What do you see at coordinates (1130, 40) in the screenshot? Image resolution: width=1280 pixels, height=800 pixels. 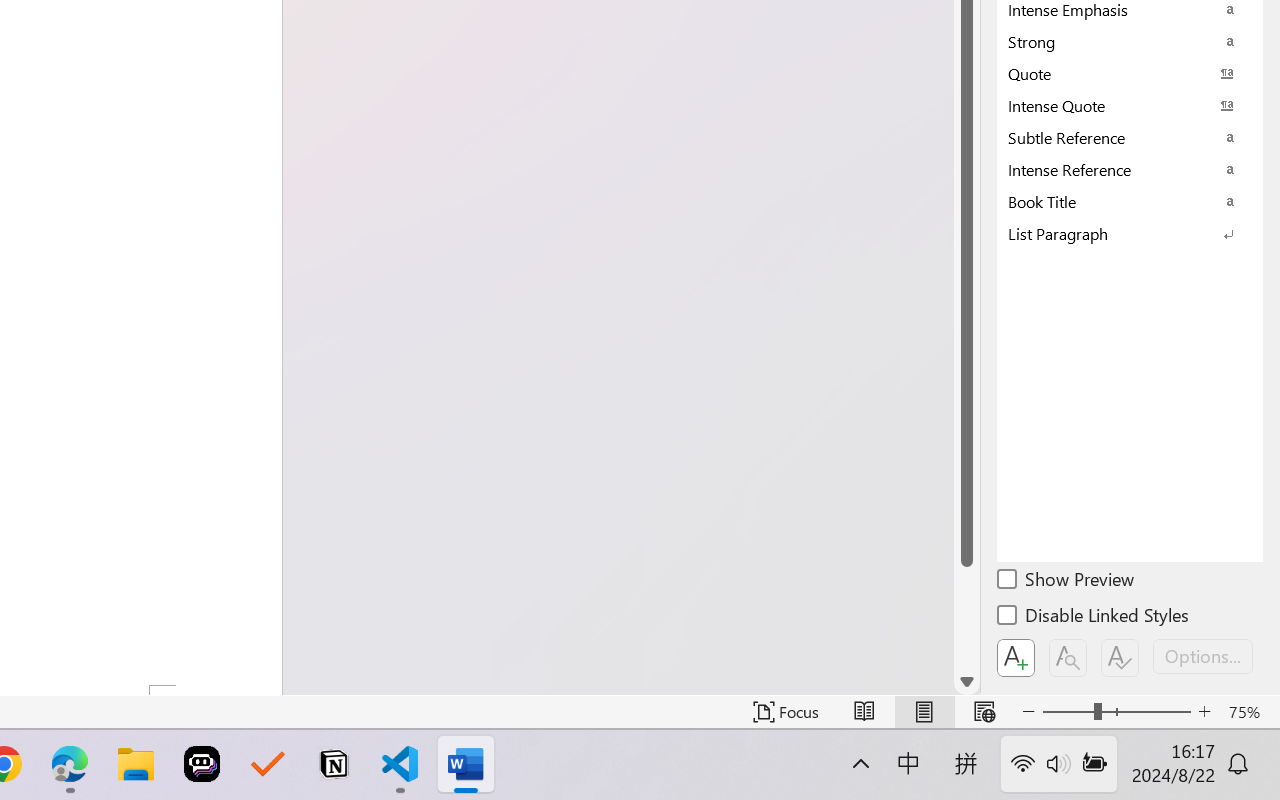 I see `'Strong'` at bounding box center [1130, 40].